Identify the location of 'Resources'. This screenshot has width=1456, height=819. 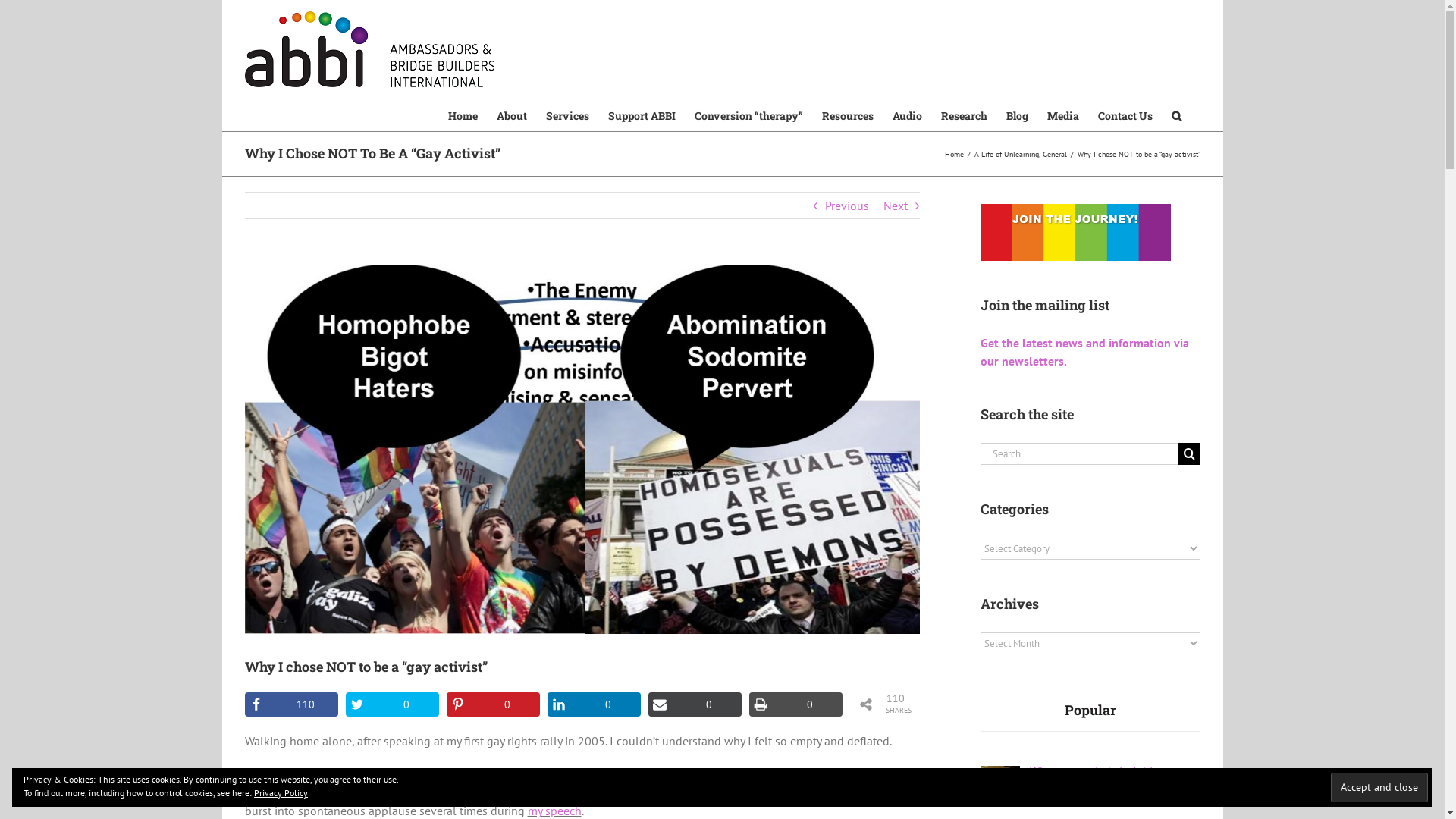
(847, 114).